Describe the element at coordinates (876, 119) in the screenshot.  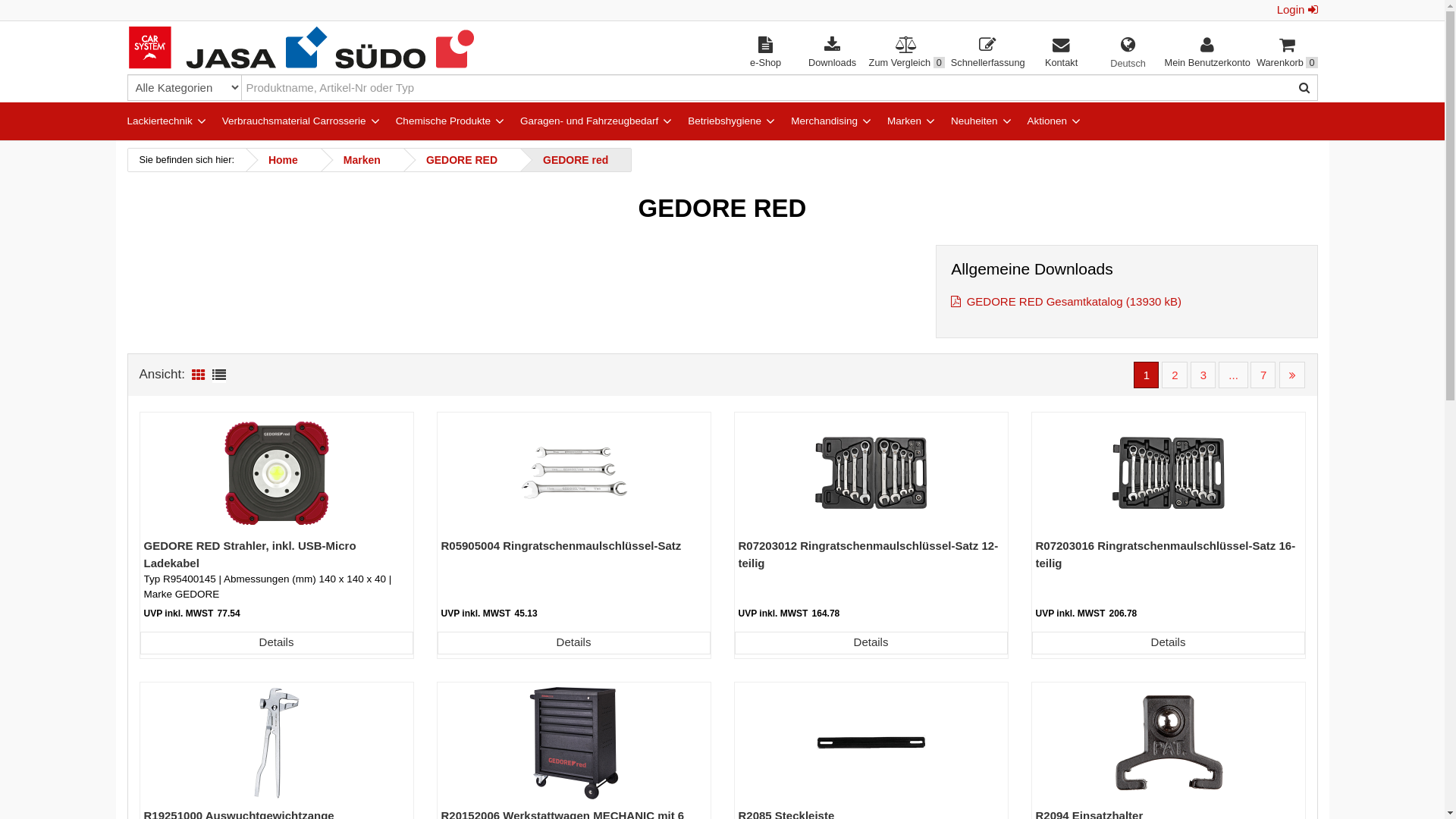
I see `'Marken'` at that location.